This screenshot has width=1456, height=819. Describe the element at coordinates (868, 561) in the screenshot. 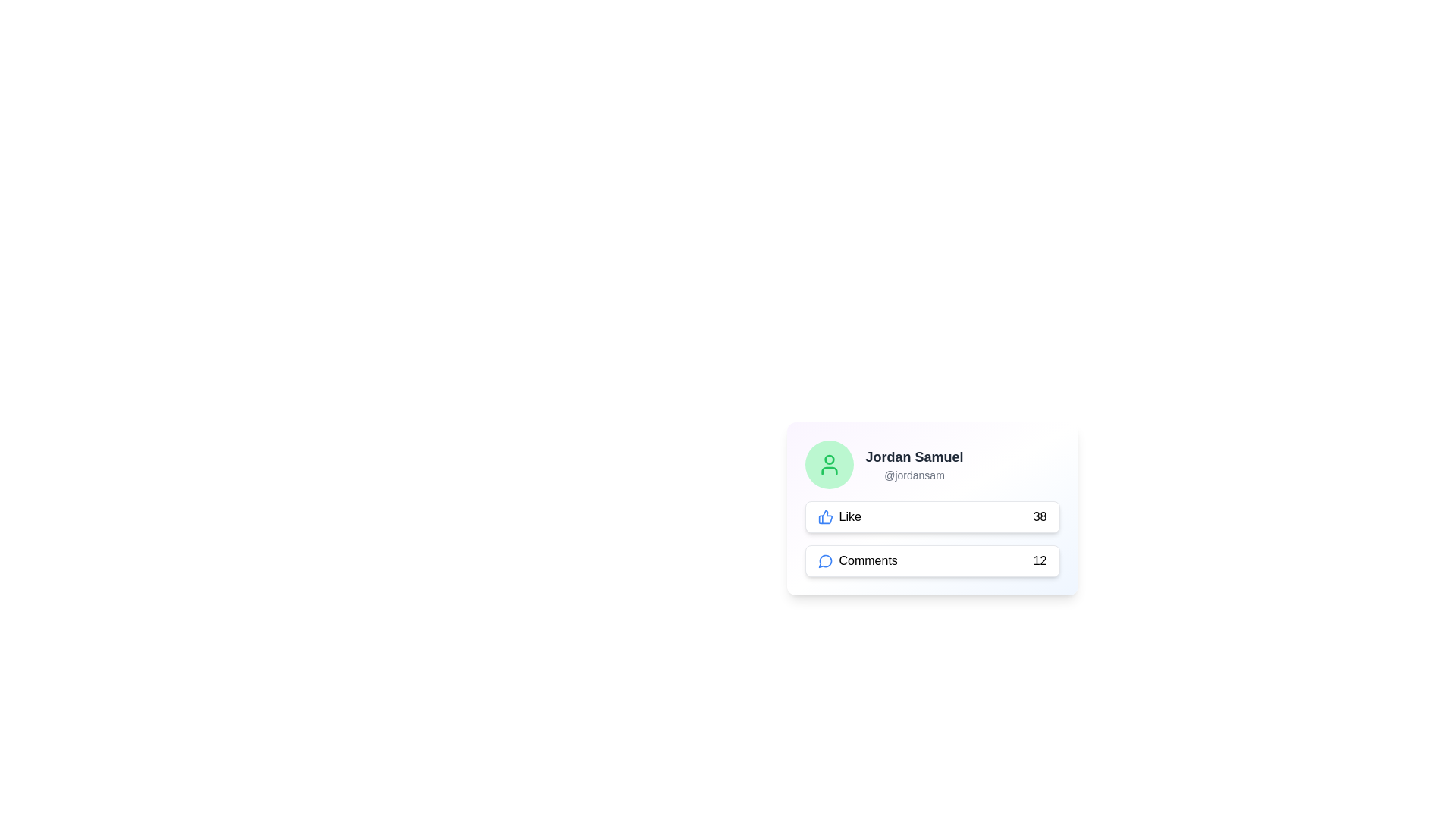

I see `the Text Display Label element that displays the word 'Comments', which is styled in black and positioned next to a chat bubble icon, to understand its purpose` at that location.